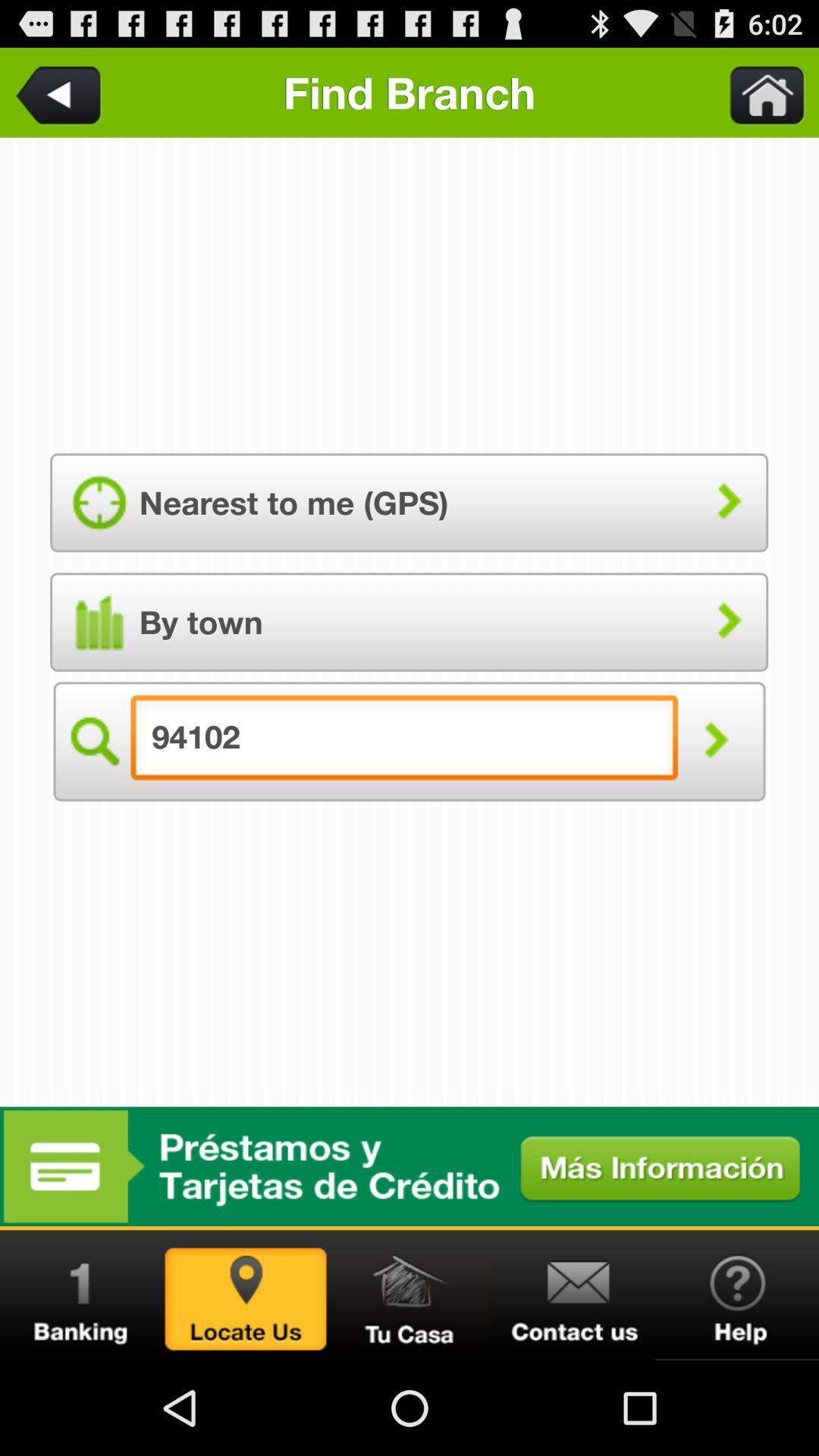 The image size is (819, 1456). What do you see at coordinates (715, 792) in the screenshot?
I see `the arrow_forward icon` at bounding box center [715, 792].